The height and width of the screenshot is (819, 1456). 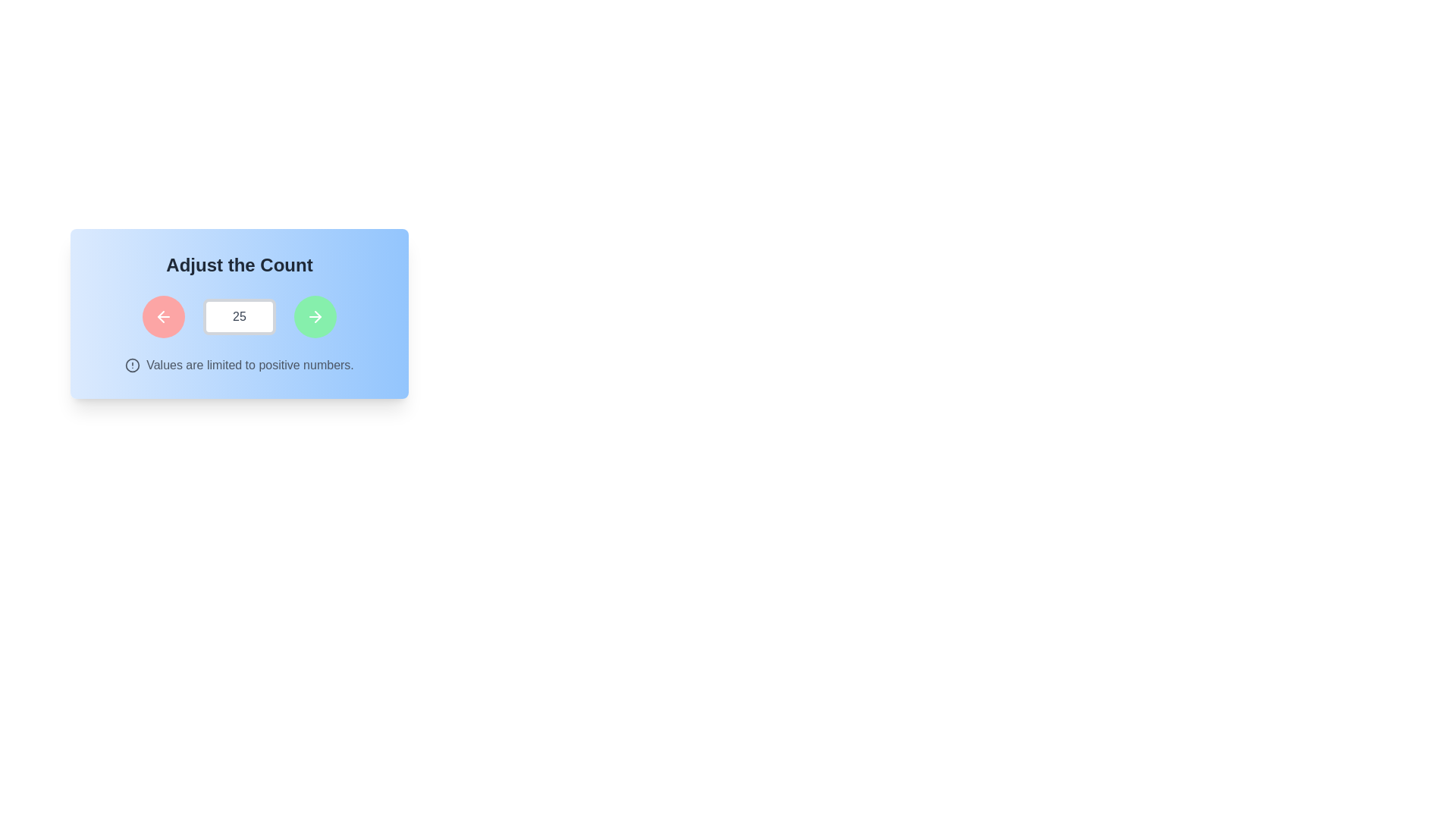 What do you see at coordinates (315, 315) in the screenshot?
I see `the green circular button containing the white arrow icon` at bounding box center [315, 315].